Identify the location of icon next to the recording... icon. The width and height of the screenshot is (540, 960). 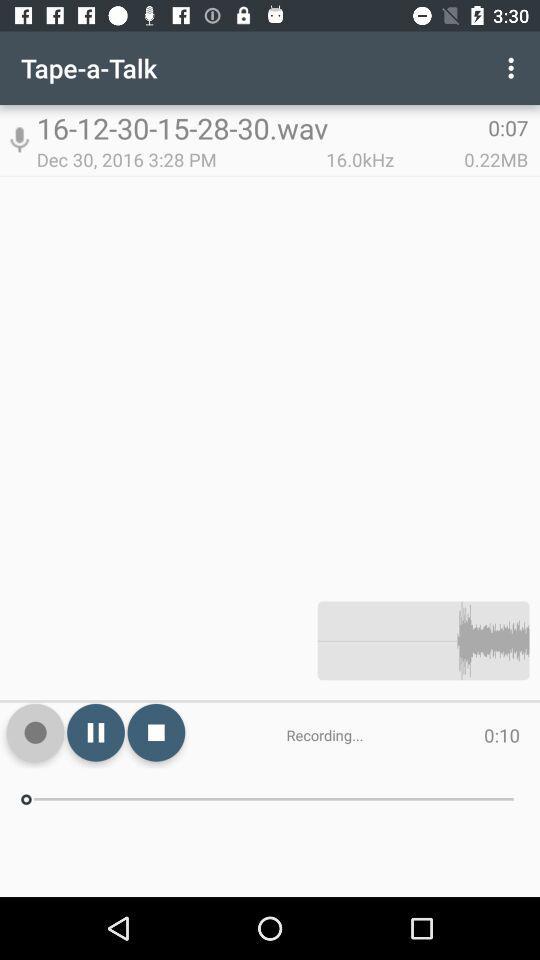
(155, 731).